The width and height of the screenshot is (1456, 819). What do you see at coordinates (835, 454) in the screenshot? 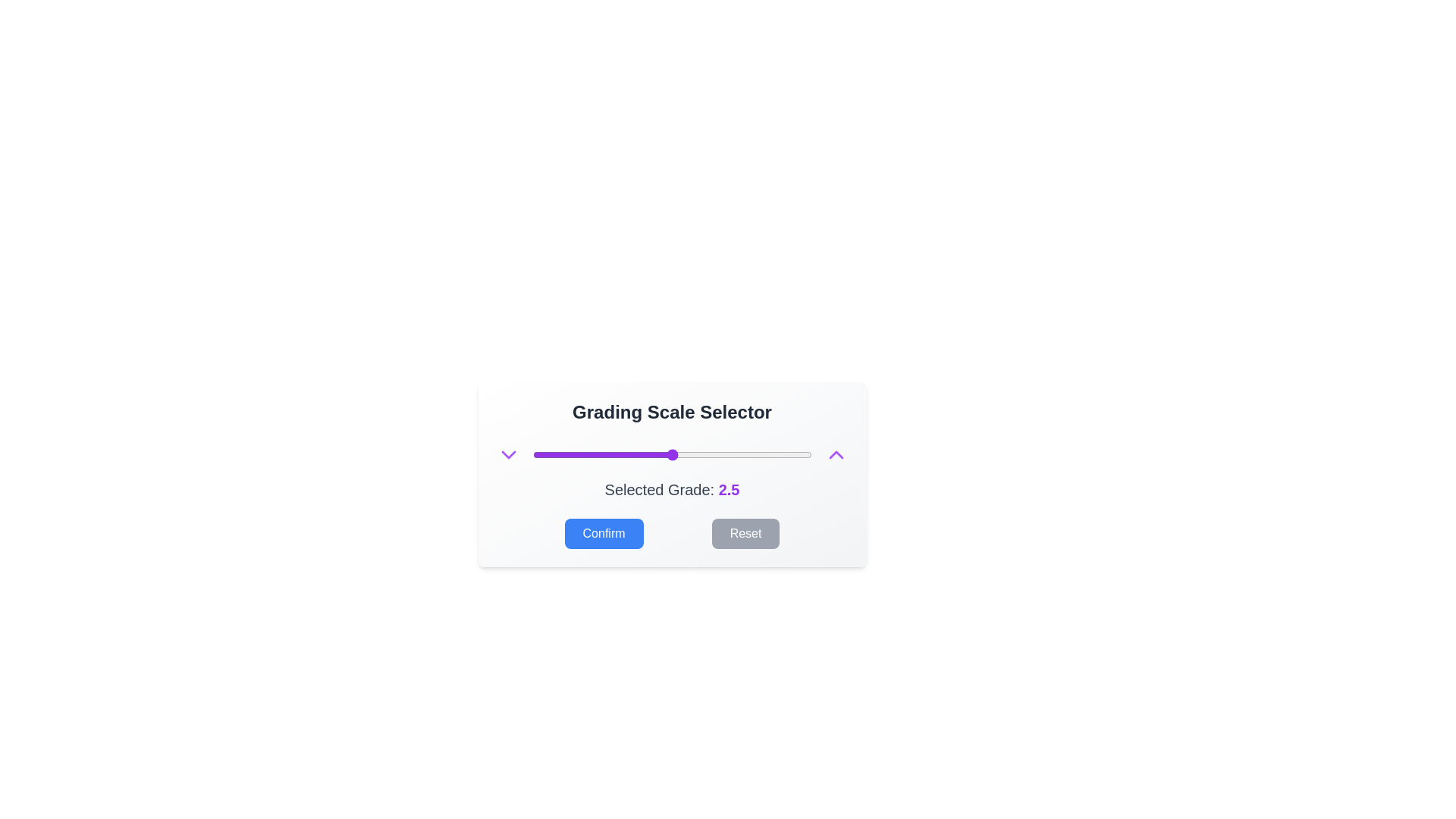
I see `the ChevronUp icon to increase the grade` at bounding box center [835, 454].